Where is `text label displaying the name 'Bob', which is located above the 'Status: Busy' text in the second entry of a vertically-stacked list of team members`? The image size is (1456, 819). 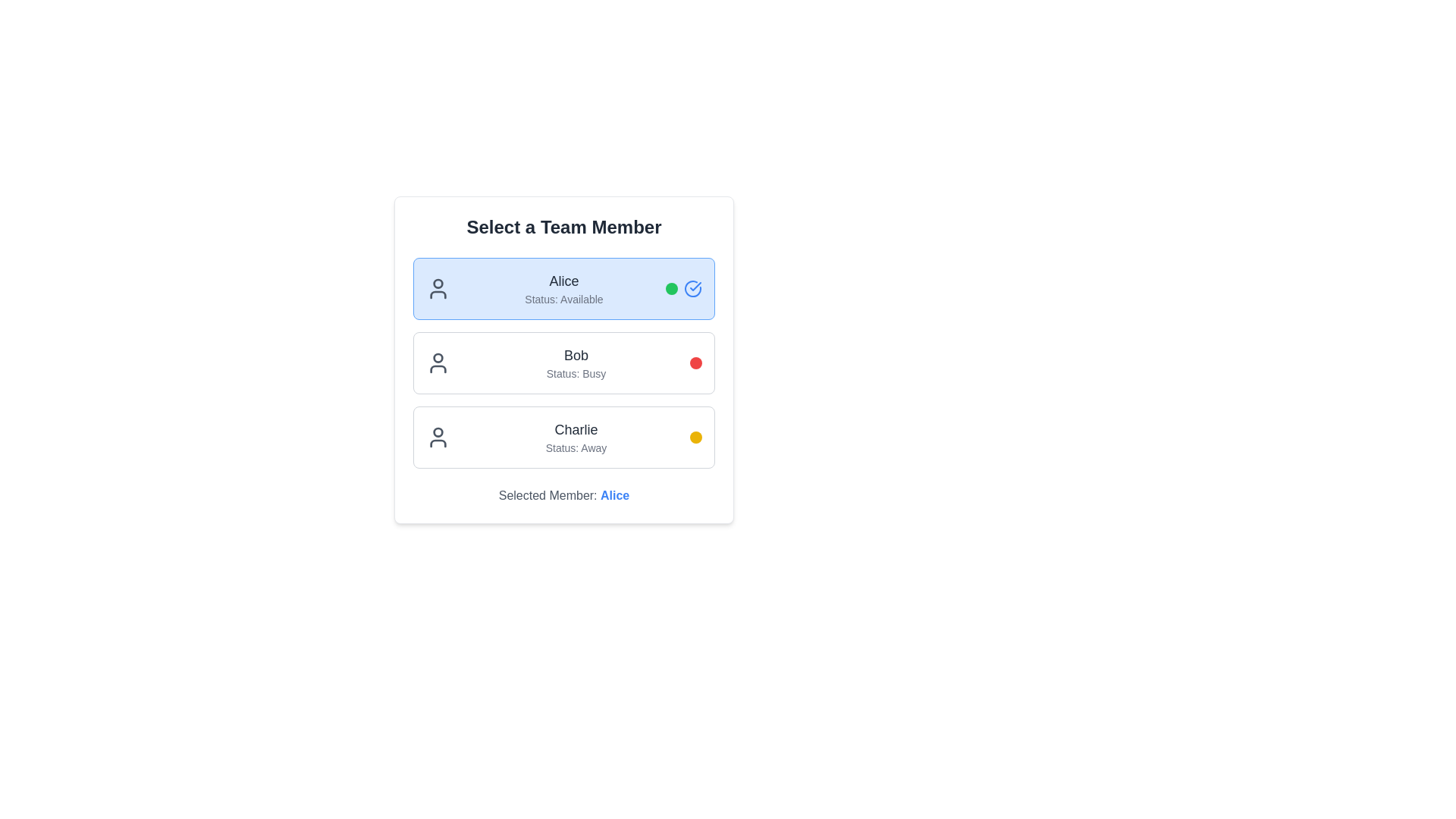 text label displaying the name 'Bob', which is located above the 'Status: Busy' text in the second entry of a vertically-stacked list of team members is located at coordinates (575, 356).